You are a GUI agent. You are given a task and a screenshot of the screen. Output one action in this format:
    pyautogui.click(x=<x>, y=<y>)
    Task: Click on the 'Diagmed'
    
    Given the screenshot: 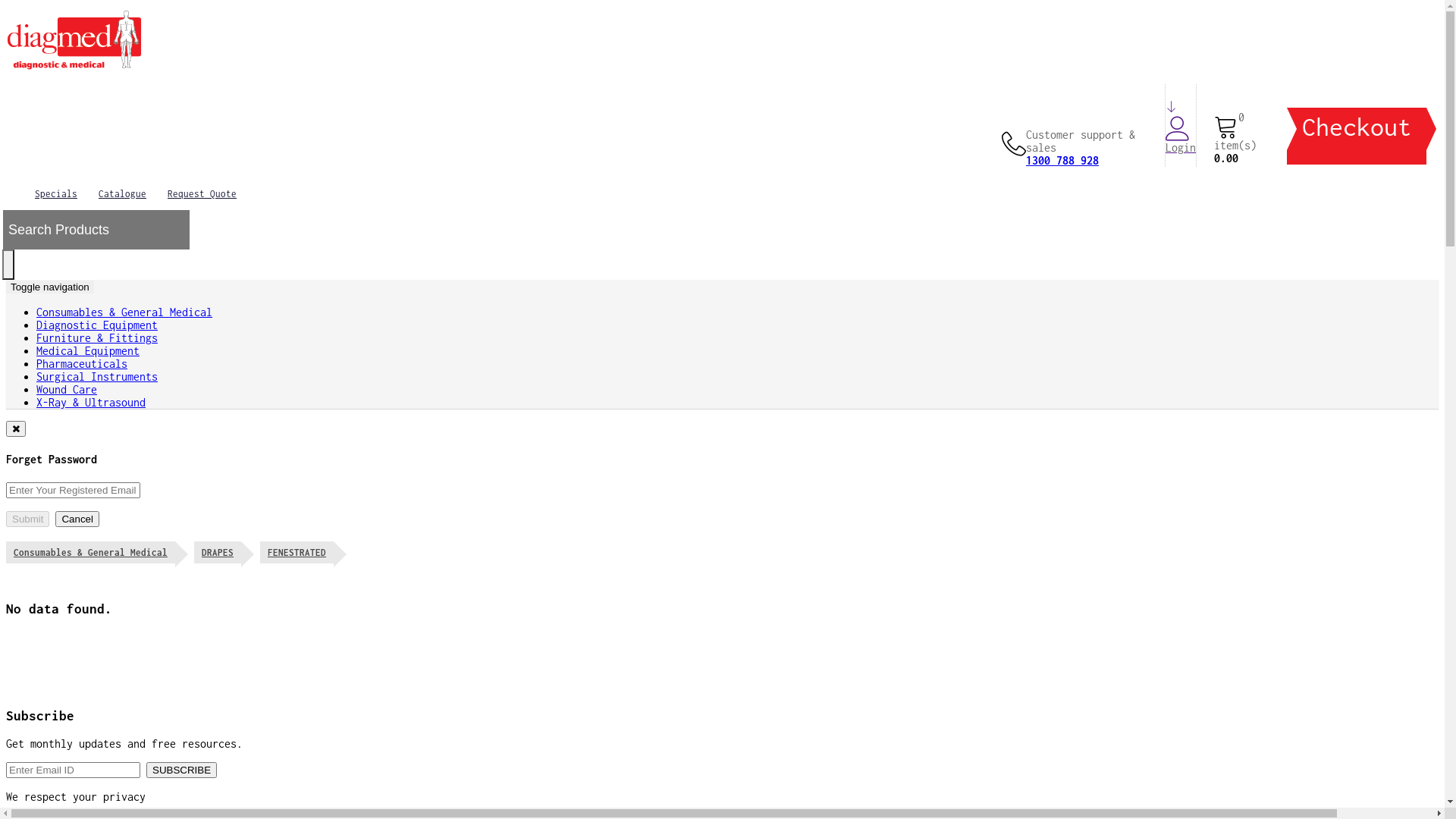 What is the action you would take?
    pyautogui.click(x=73, y=39)
    